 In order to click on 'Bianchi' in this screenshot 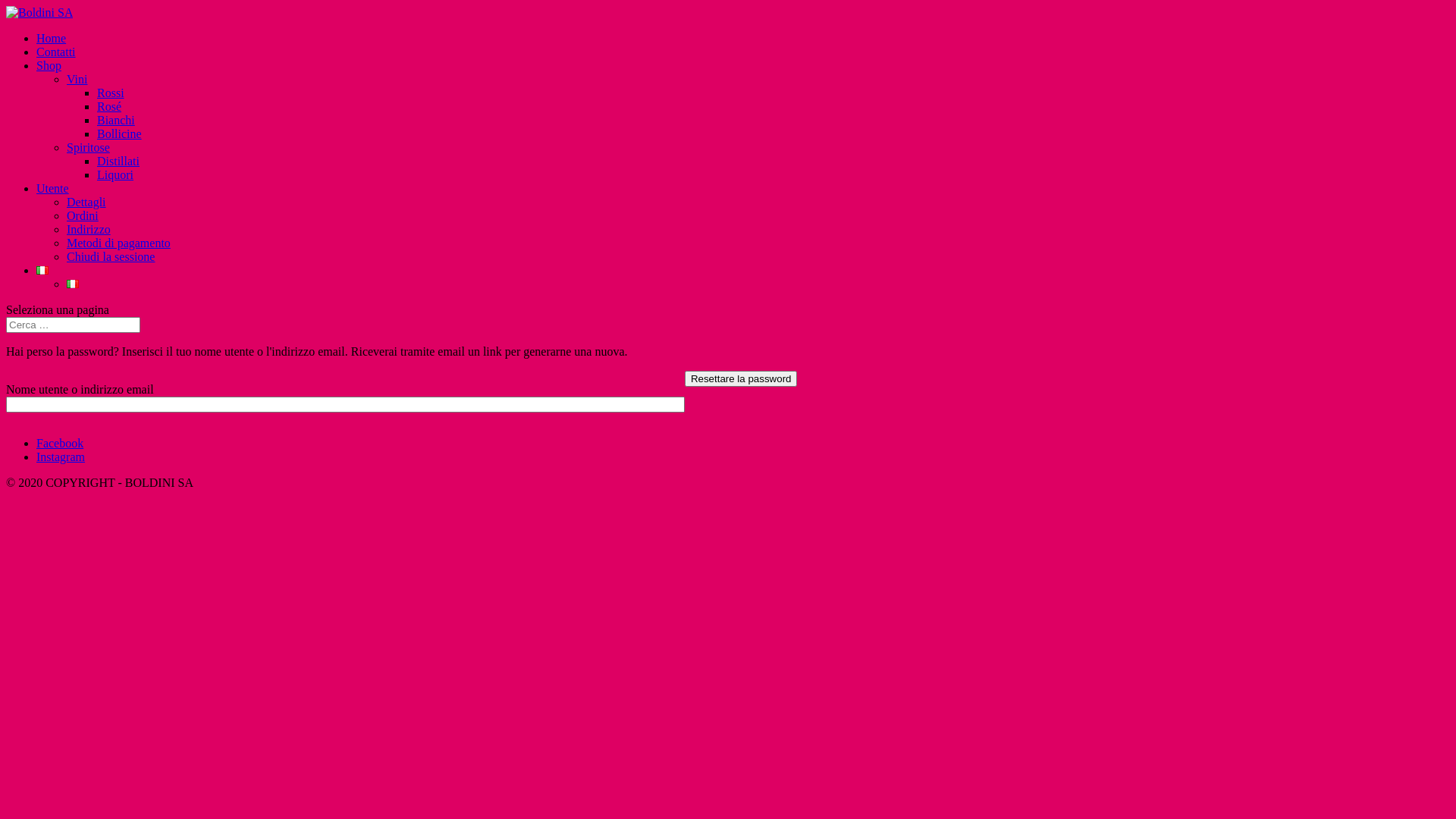, I will do `click(115, 119)`.